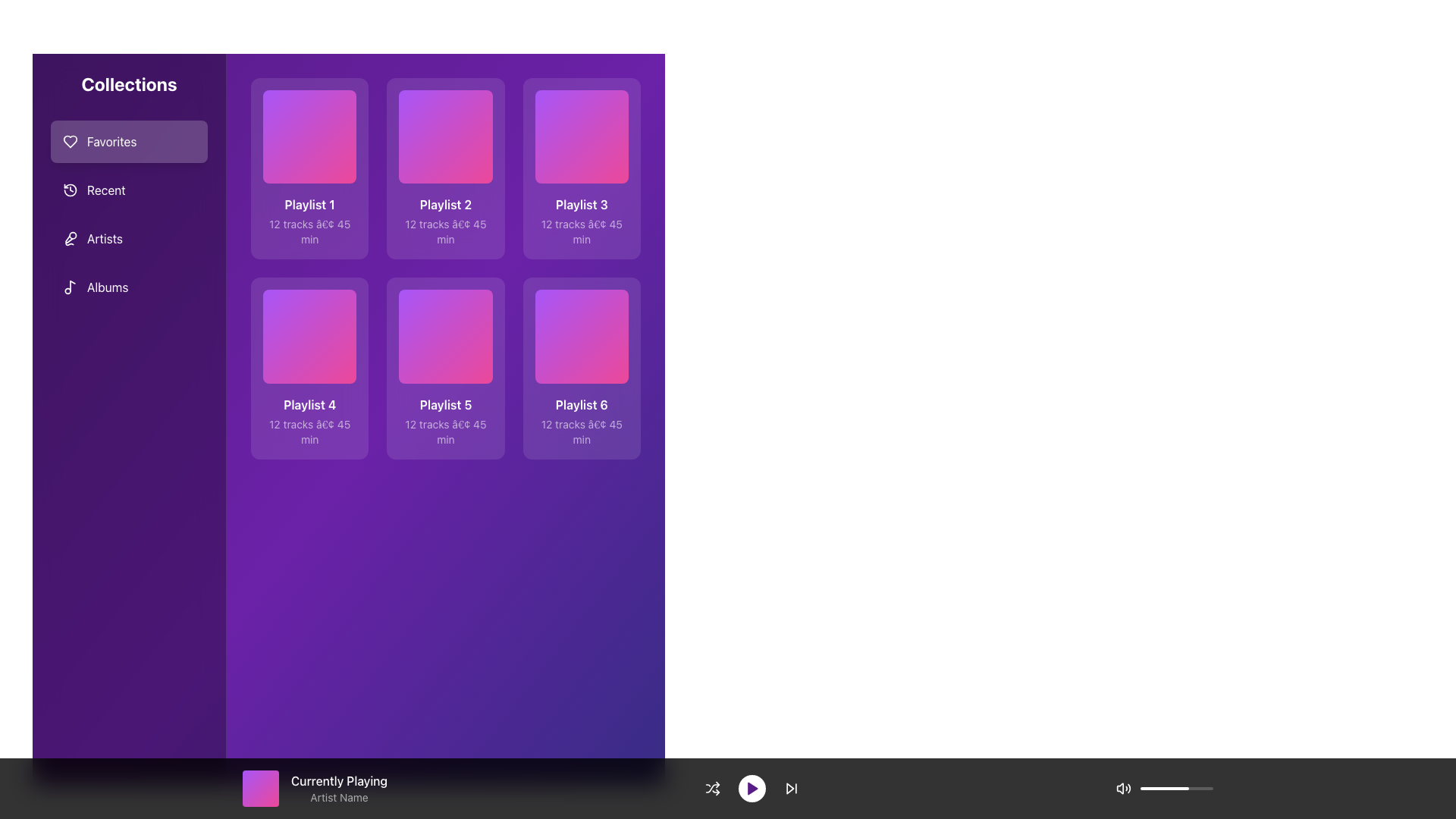 Image resolution: width=1456 pixels, height=819 pixels. What do you see at coordinates (104, 239) in the screenshot?
I see `the 'Artists' label in the navigation menu, which is styled with white bold sans-serif text on a dark purple background, positioned between 'Recent' and 'Albums'` at bounding box center [104, 239].